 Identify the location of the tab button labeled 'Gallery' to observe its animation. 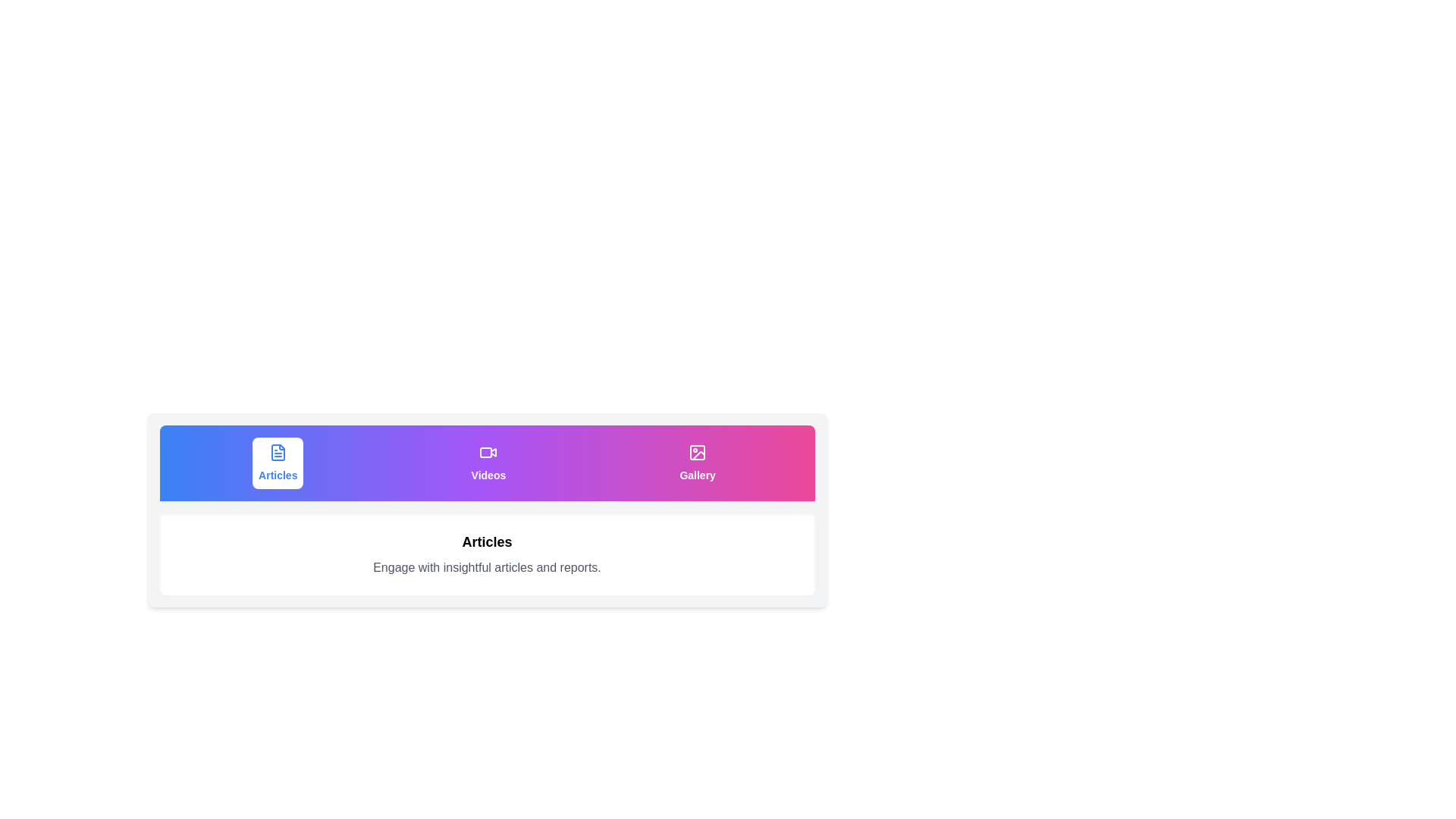
(697, 462).